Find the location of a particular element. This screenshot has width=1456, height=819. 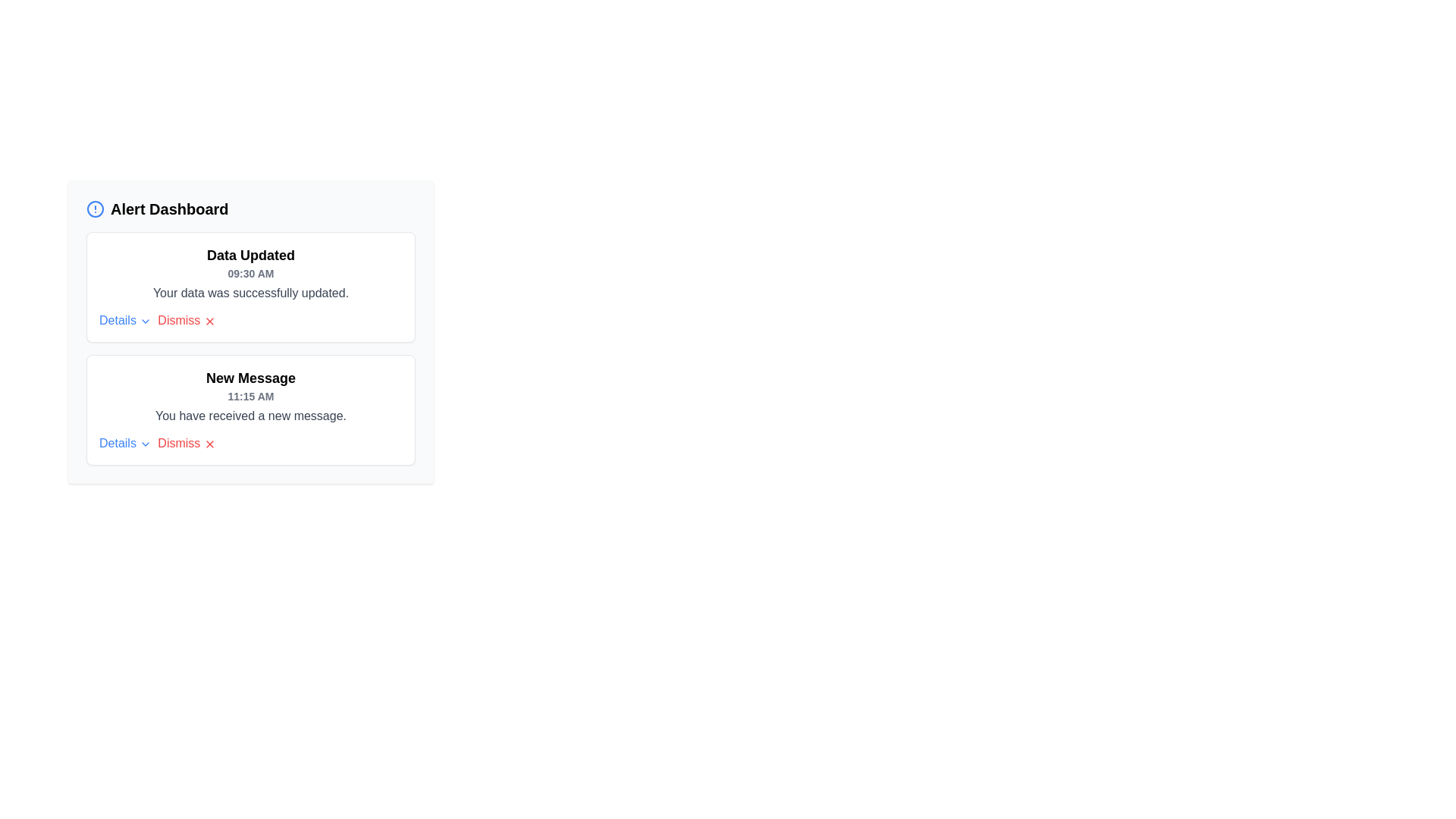

the leftmost Dropdown trigger link is located at coordinates (125, 444).